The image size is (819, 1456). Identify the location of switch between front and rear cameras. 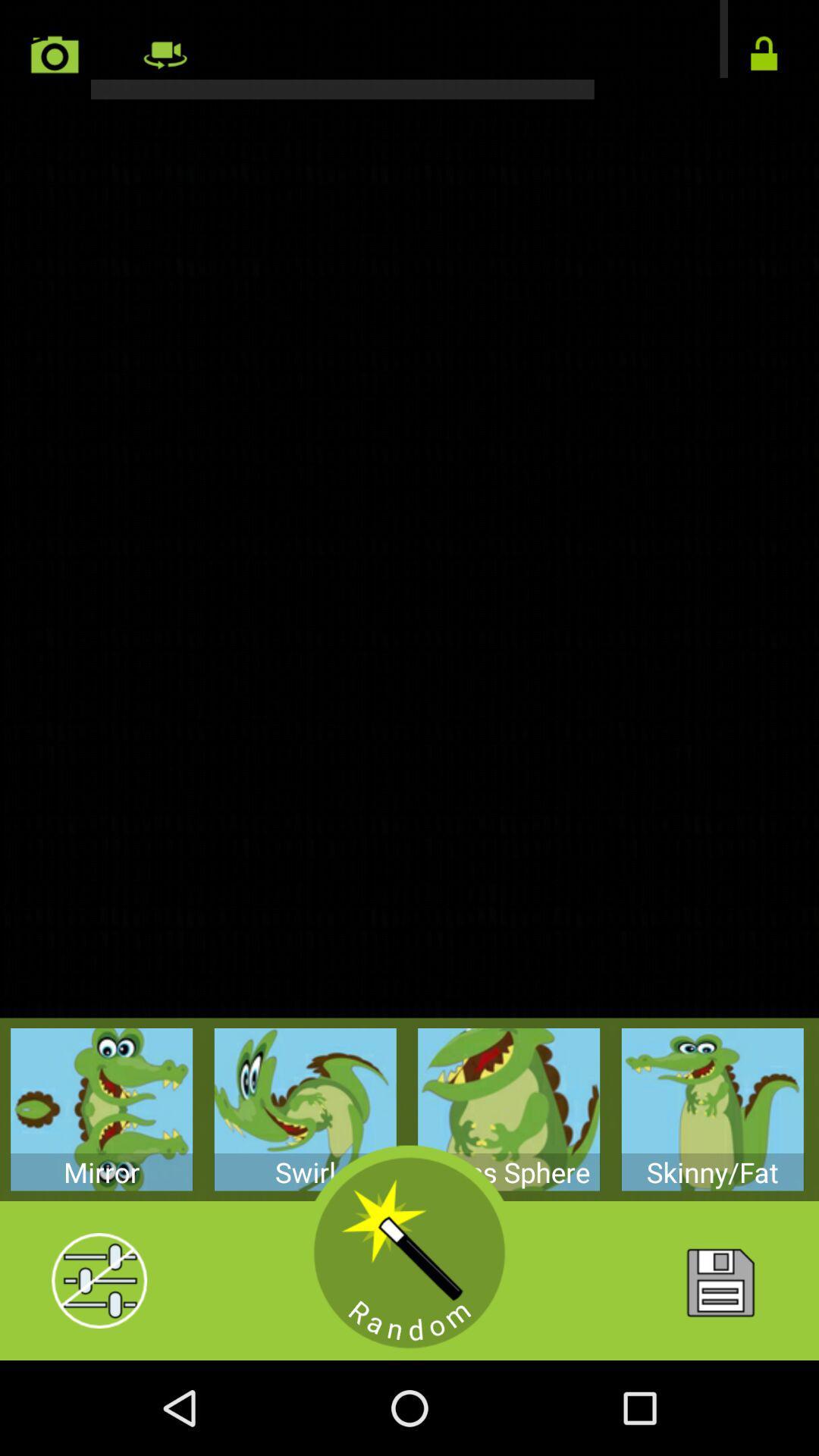
(409, 49).